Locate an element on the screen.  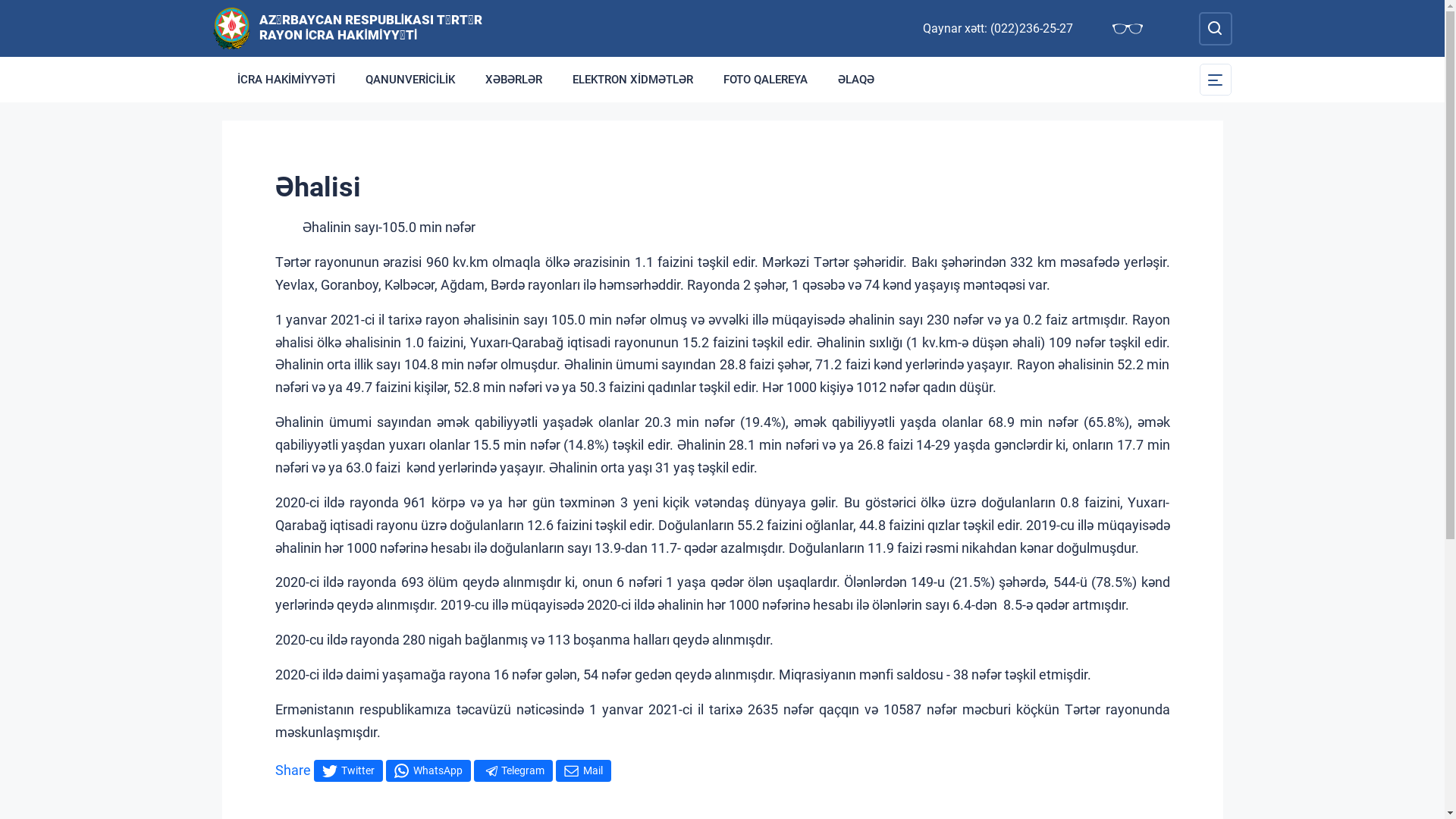
'FOTO QALEREYA' is located at coordinates (765, 79).